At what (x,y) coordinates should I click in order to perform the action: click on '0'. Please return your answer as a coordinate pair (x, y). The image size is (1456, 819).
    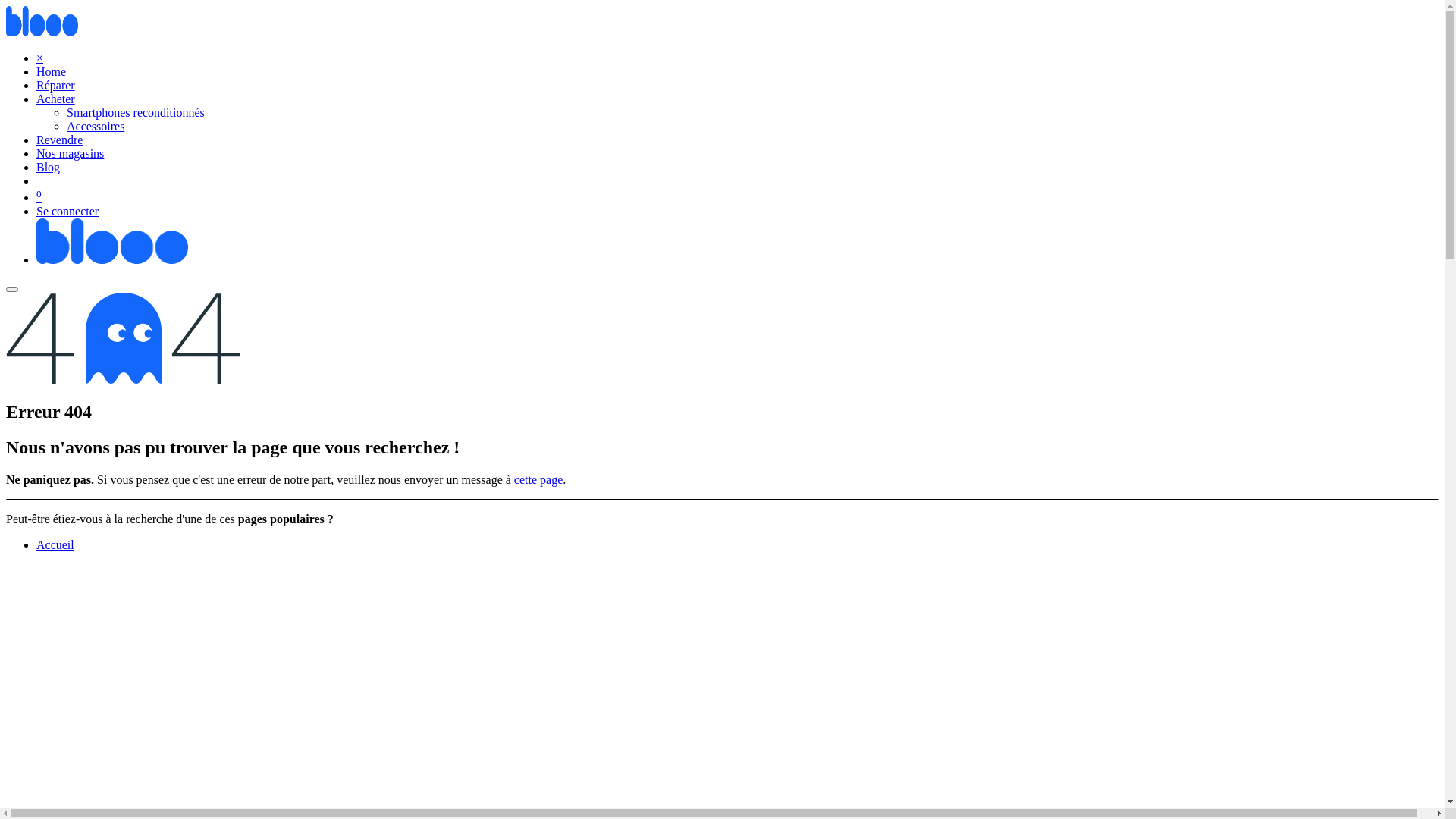
    Looking at the image, I should click on (36, 196).